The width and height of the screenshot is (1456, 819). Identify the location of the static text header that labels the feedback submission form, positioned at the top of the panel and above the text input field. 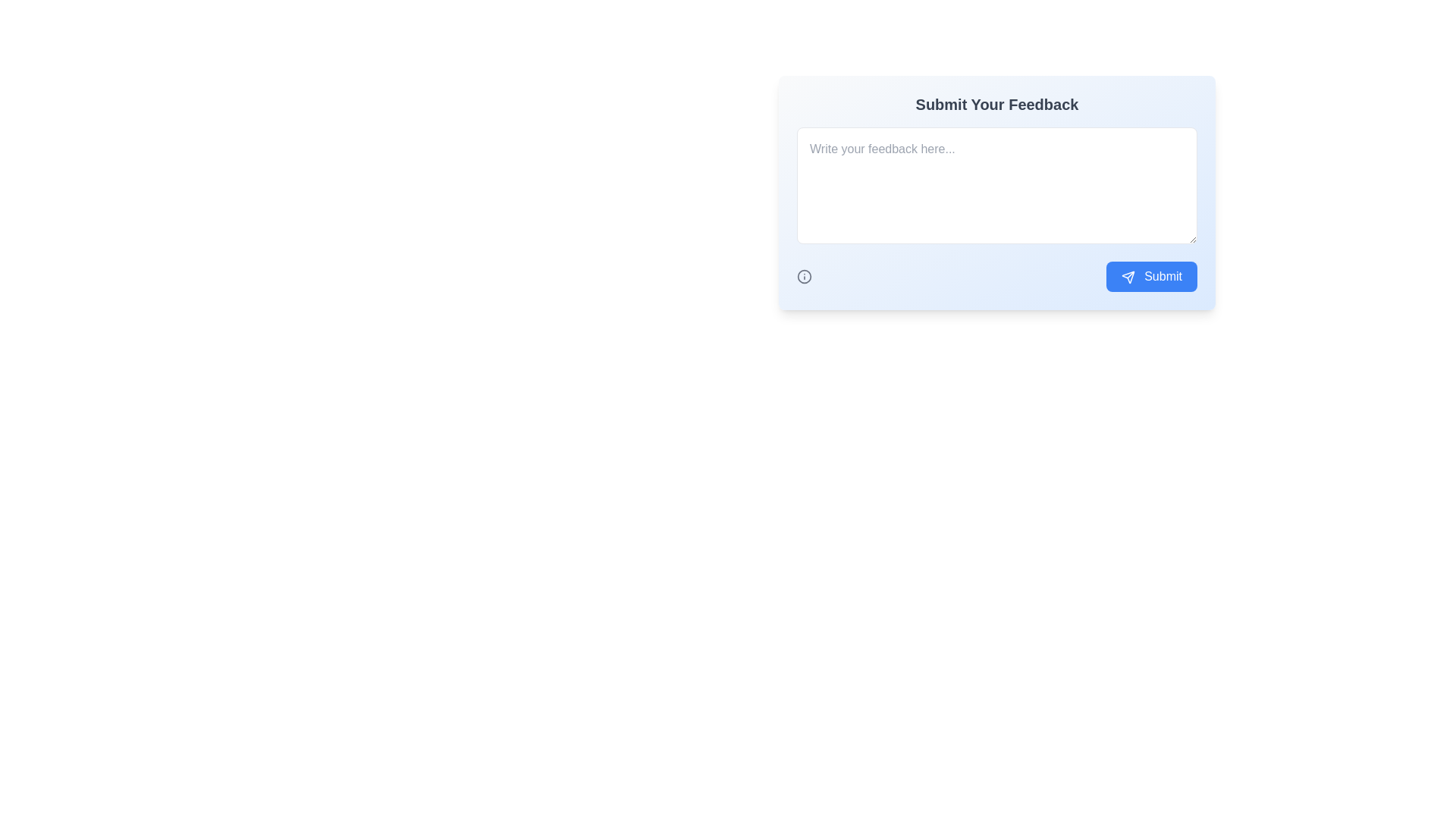
(997, 104).